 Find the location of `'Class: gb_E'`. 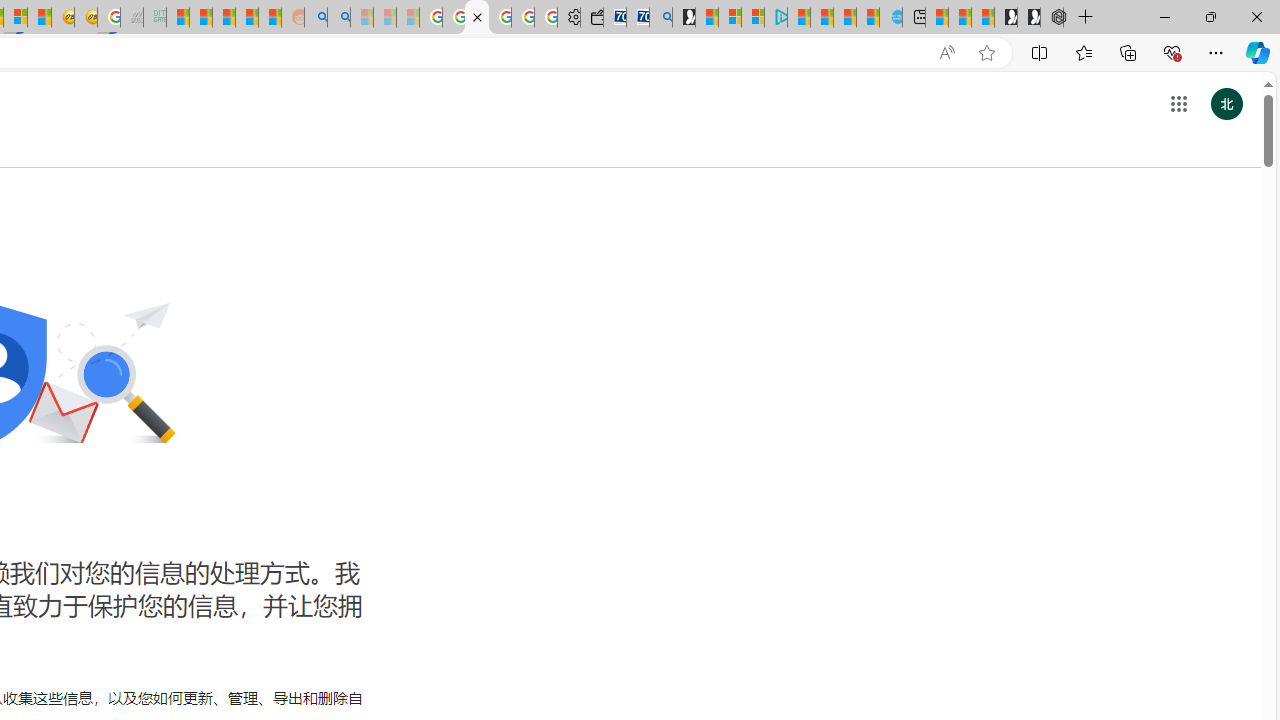

'Class: gb_E' is located at coordinates (1178, 104).